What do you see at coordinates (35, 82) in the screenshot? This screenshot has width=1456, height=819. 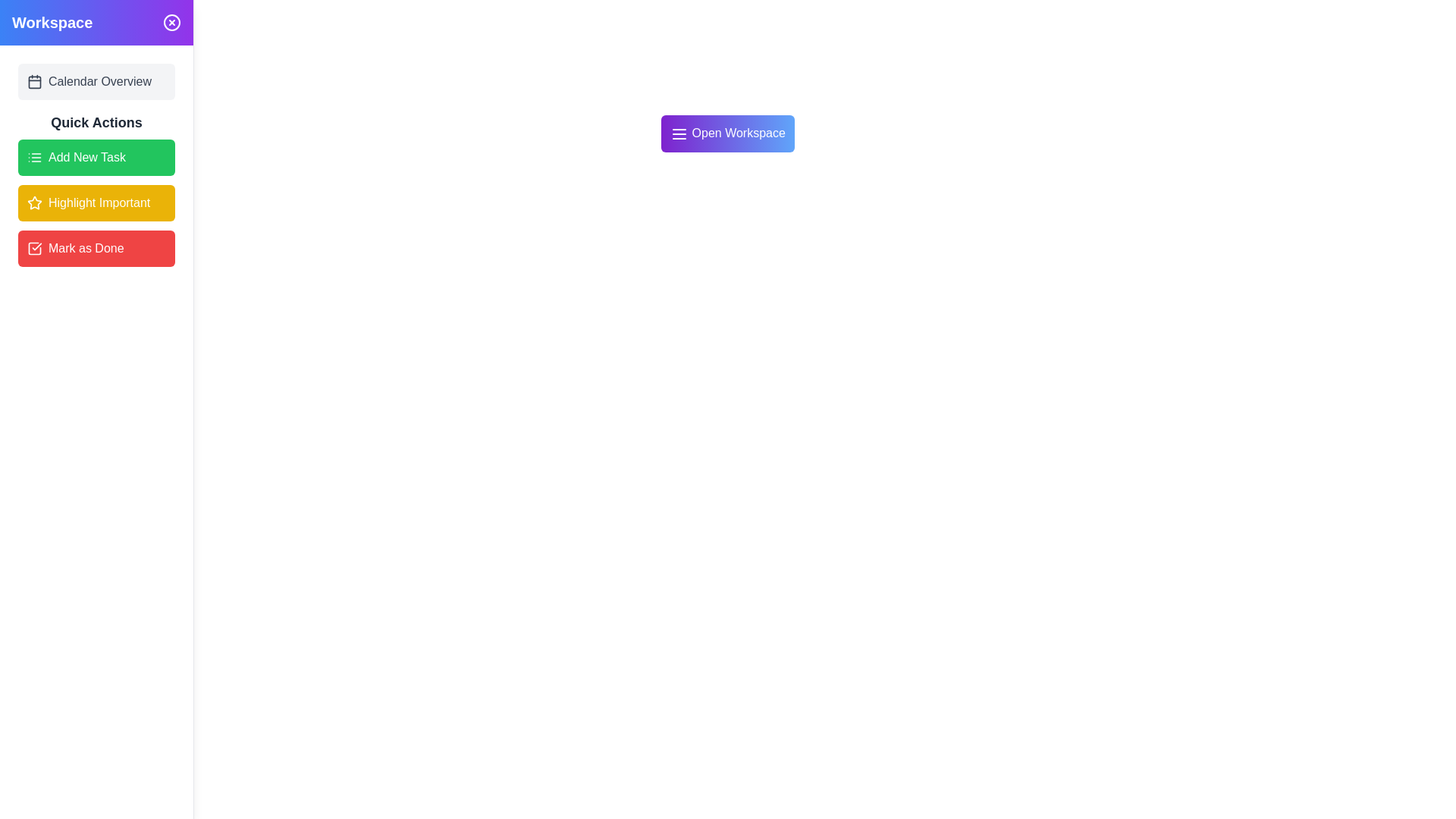 I see `the 'Calendar Overview' button icon in the sidebar` at bounding box center [35, 82].